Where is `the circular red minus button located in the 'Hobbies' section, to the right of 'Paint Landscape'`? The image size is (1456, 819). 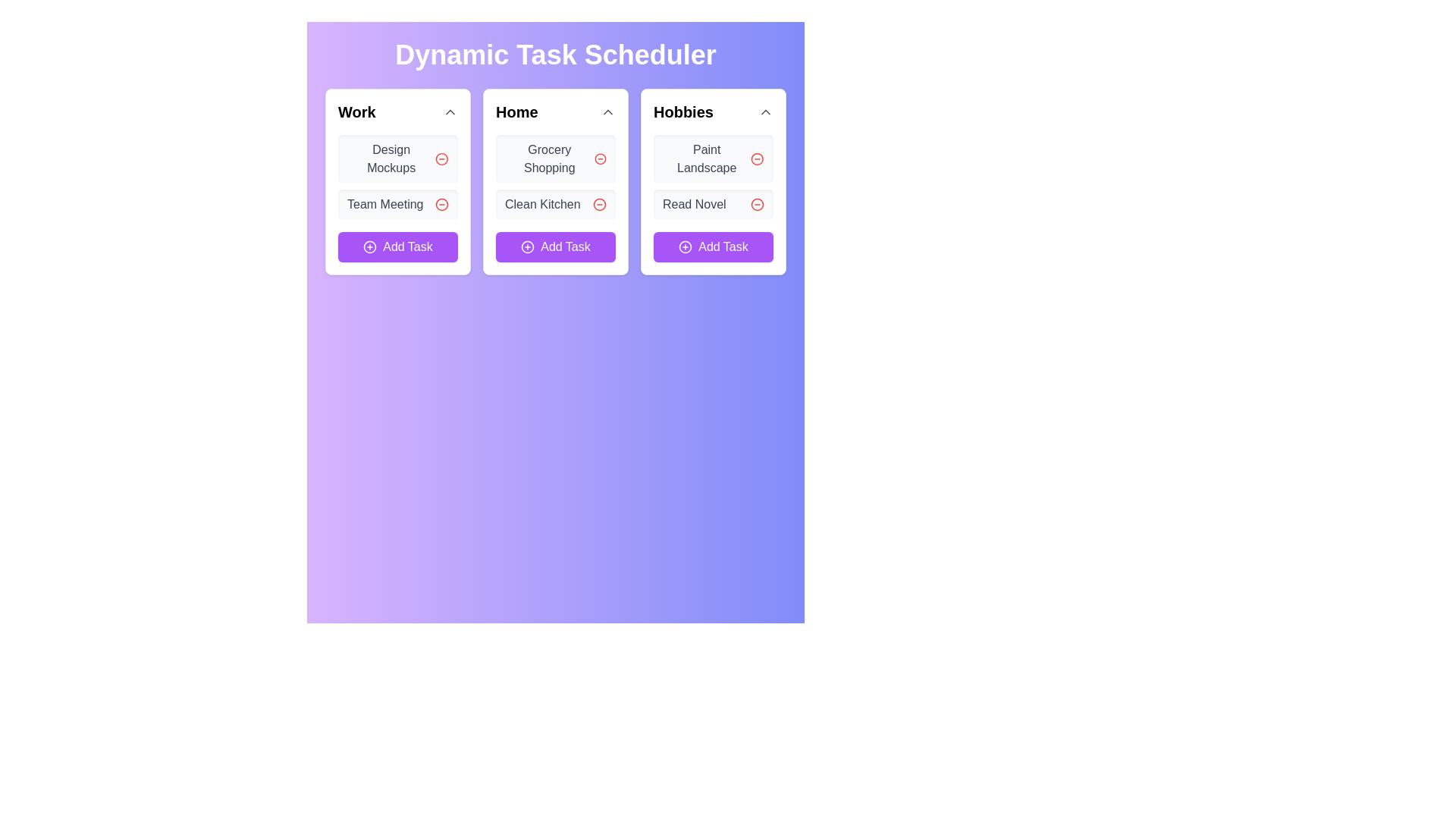 the circular red minus button located in the 'Hobbies' section, to the right of 'Paint Landscape' is located at coordinates (757, 158).